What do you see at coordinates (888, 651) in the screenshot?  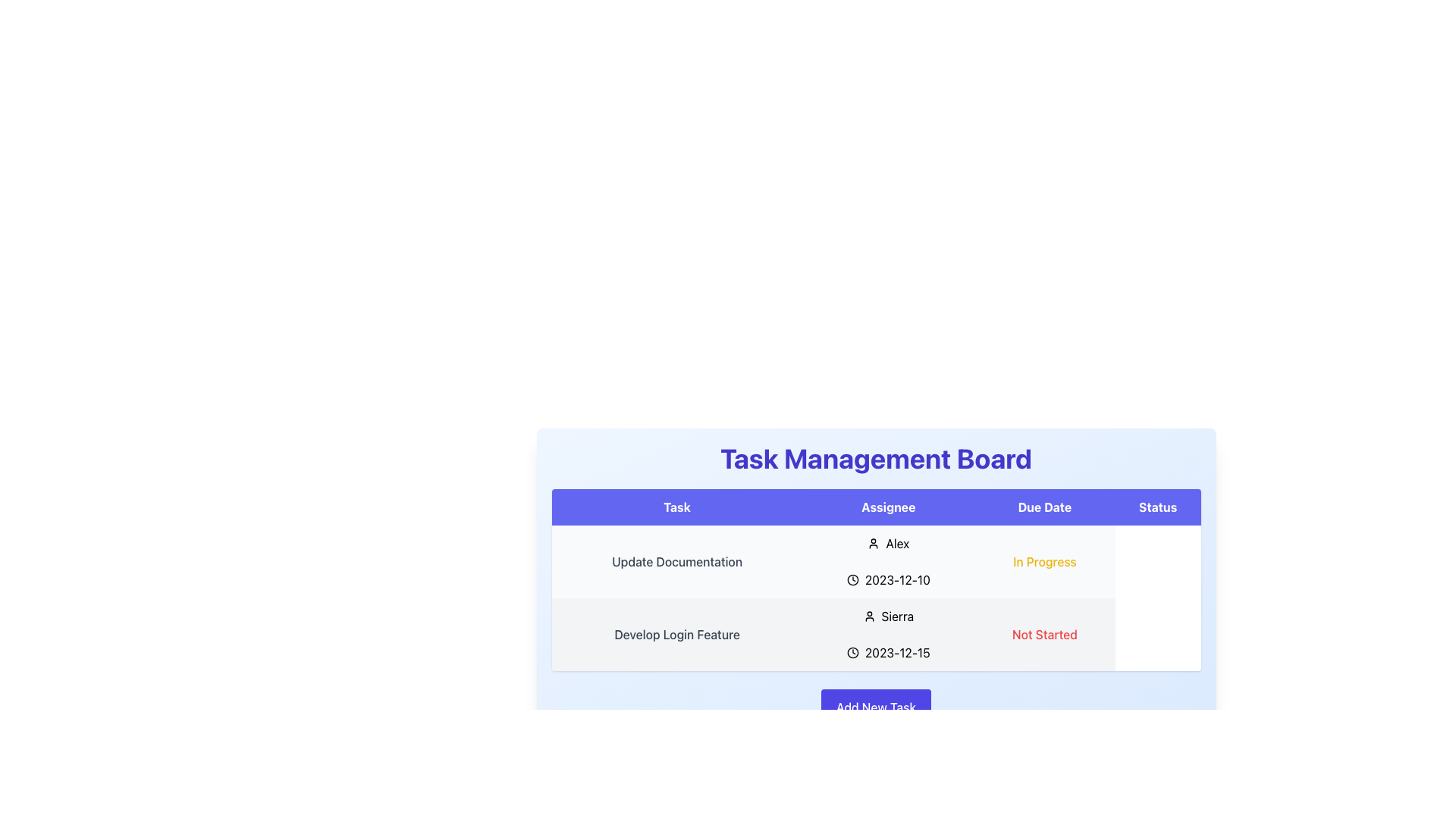 I see `displayed due date for the task 'Develop Login Feature' located in the second row of the task table under the 'Due Date' column` at bounding box center [888, 651].